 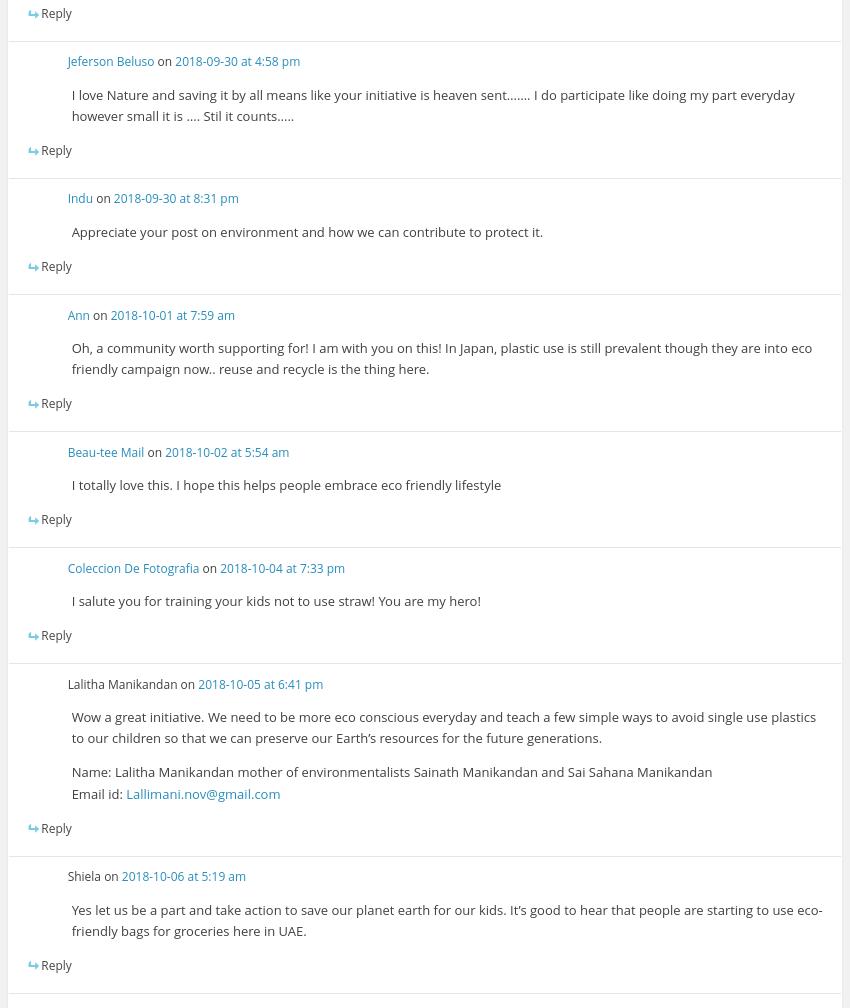 I want to click on 'Ann', so click(x=78, y=314).